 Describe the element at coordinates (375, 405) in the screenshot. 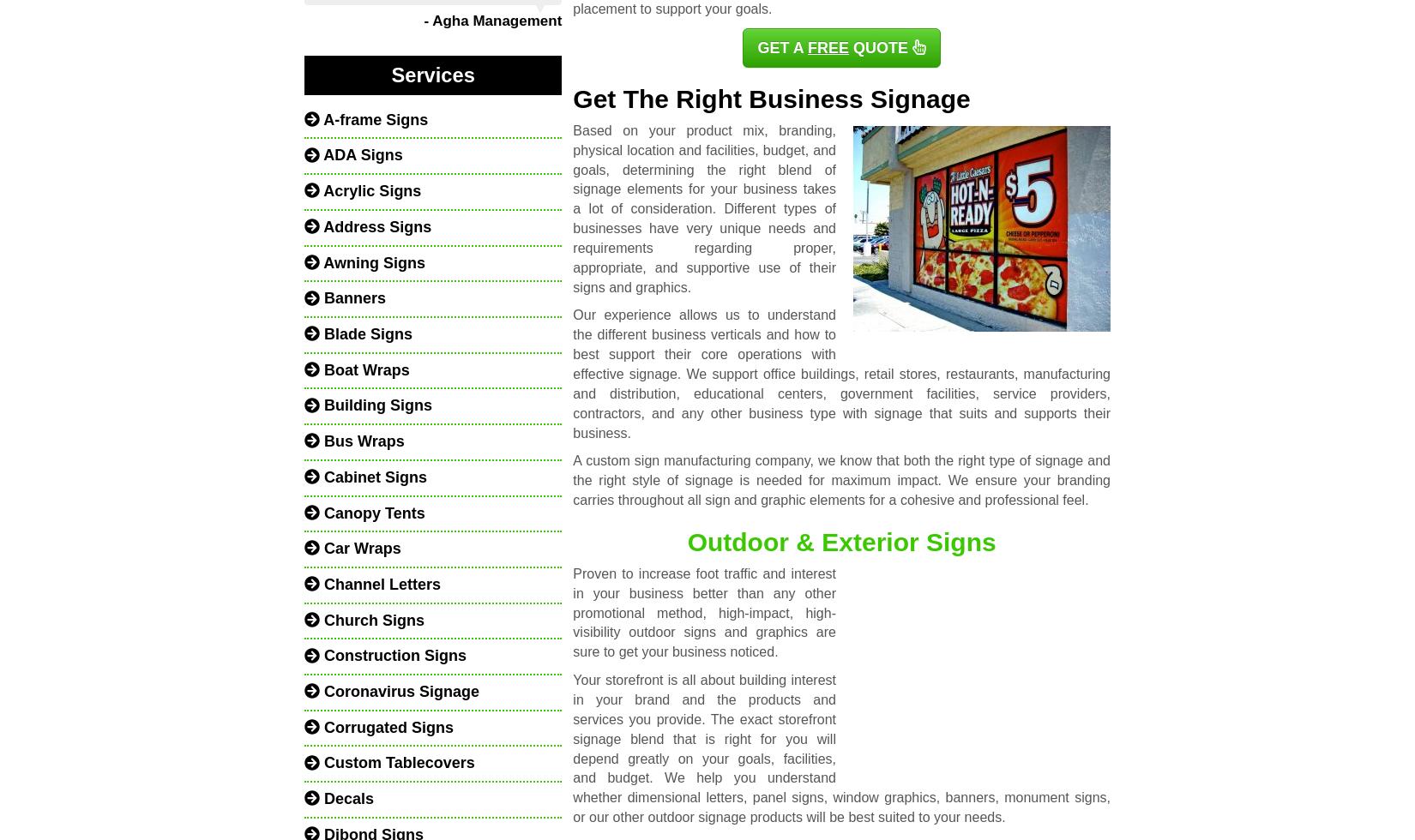

I see `'Building Signs'` at that location.